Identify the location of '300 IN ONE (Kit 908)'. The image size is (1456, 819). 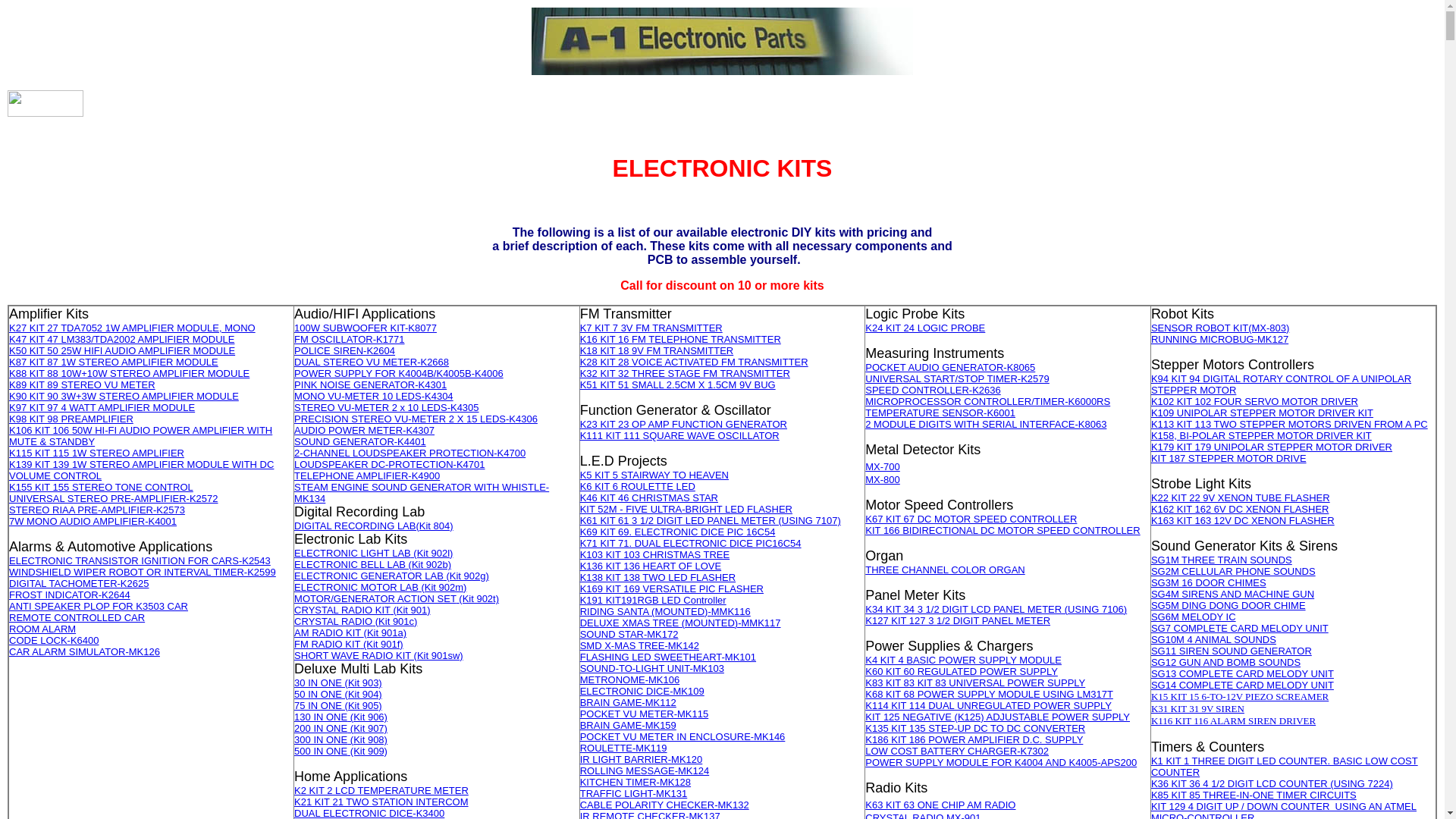
(340, 739).